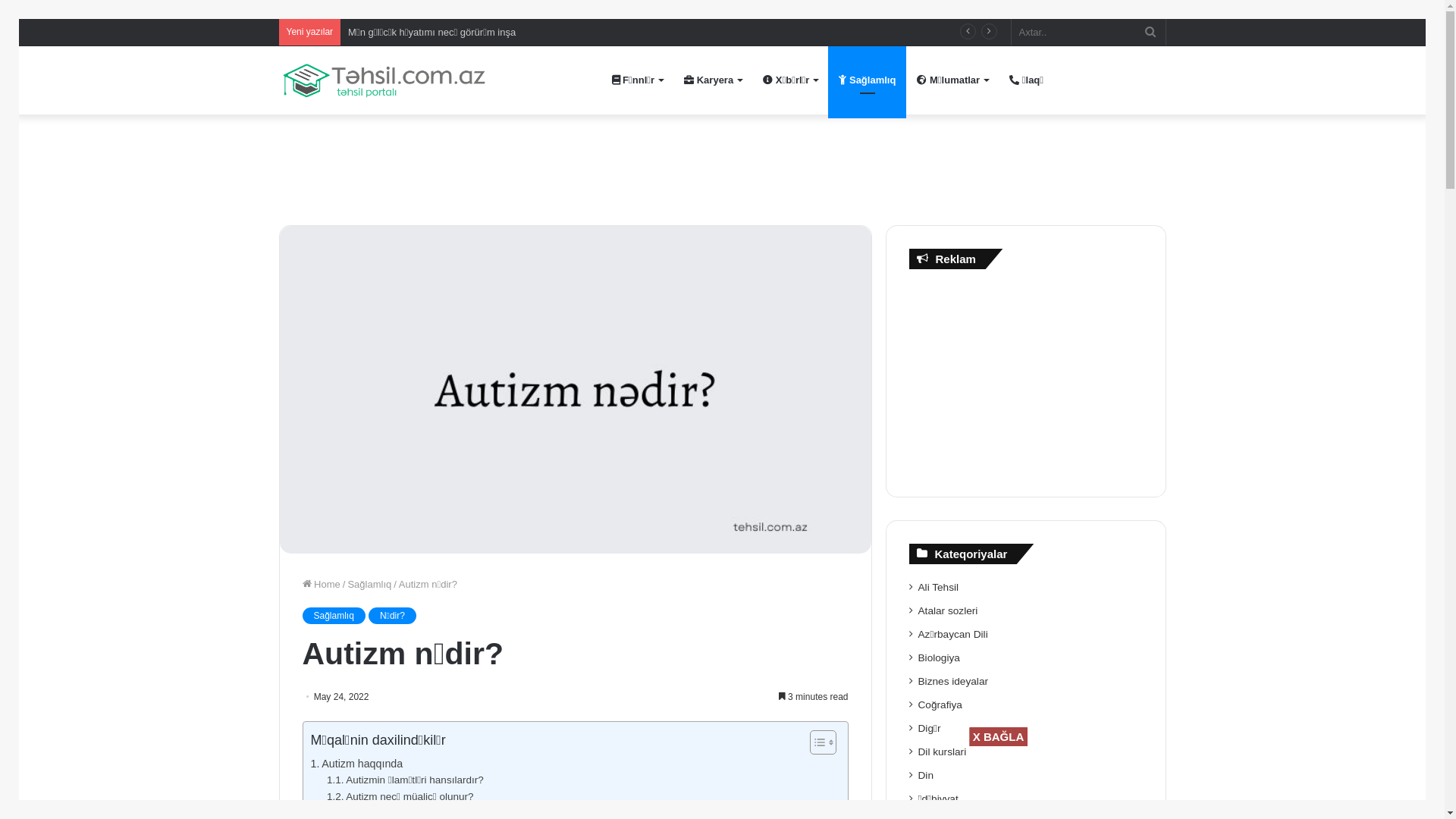  What do you see at coordinates (712, 80) in the screenshot?
I see `'Karyera'` at bounding box center [712, 80].